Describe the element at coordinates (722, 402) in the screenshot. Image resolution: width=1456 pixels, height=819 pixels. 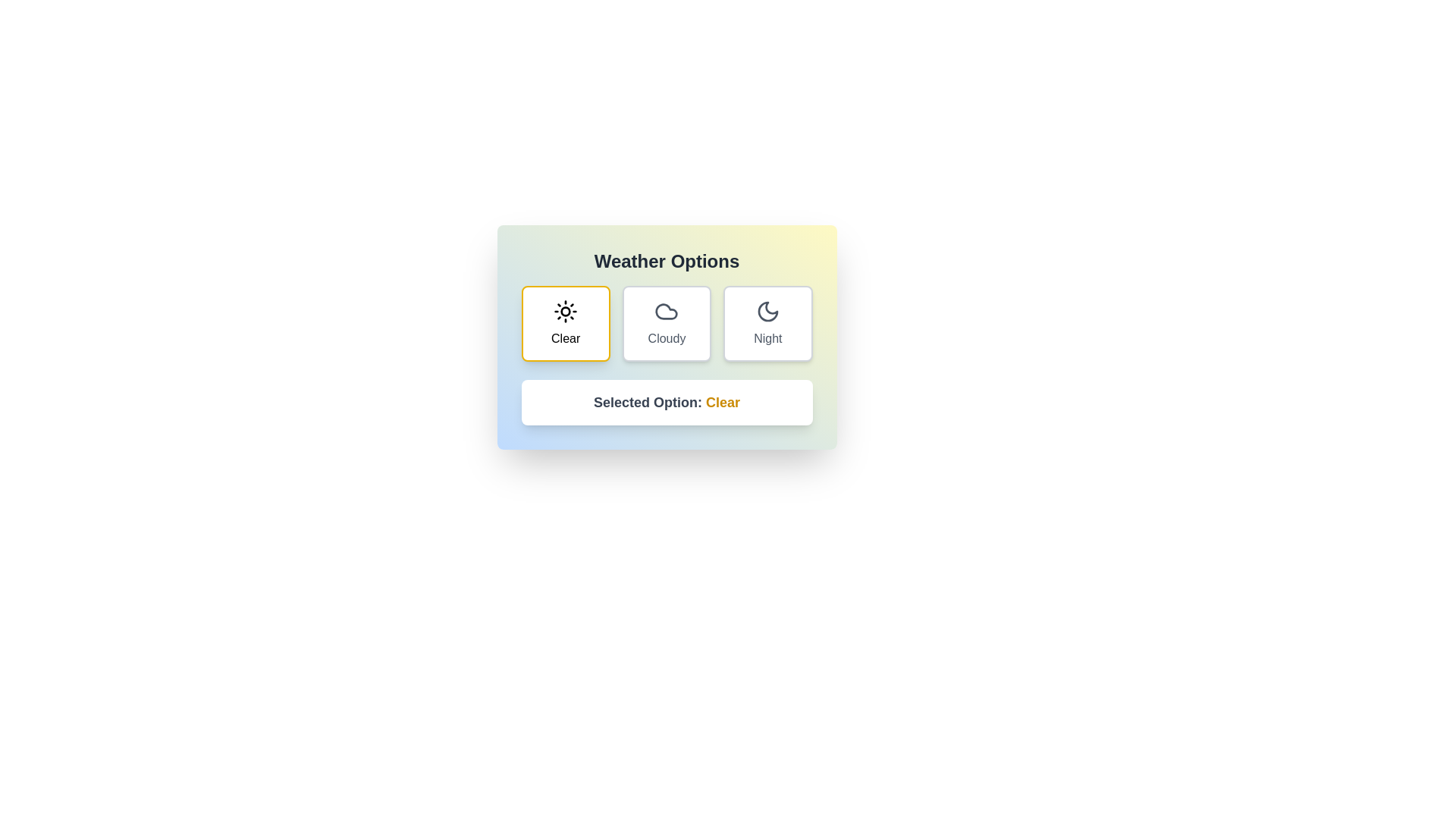
I see `the text label component displaying the word 'Clear' within the phrase 'Selected Option: Clear', which is centered in a white rectangular box` at that location.